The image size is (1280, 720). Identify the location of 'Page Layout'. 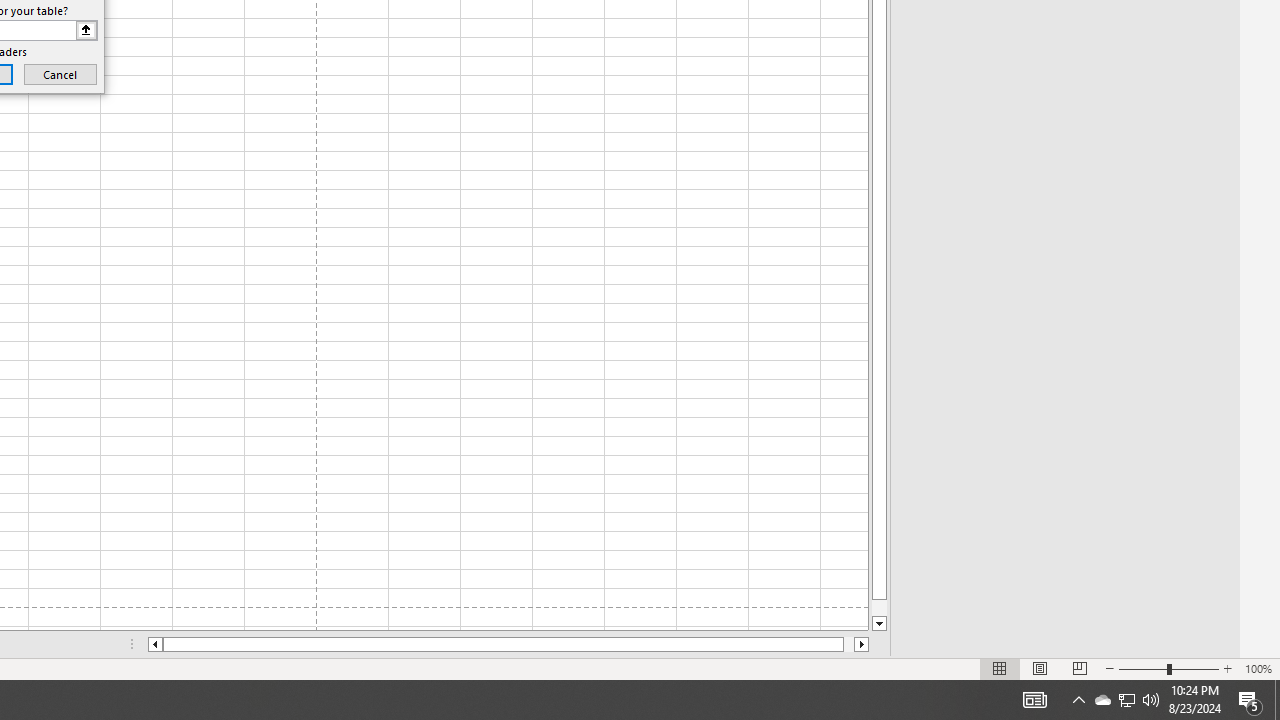
(1040, 669).